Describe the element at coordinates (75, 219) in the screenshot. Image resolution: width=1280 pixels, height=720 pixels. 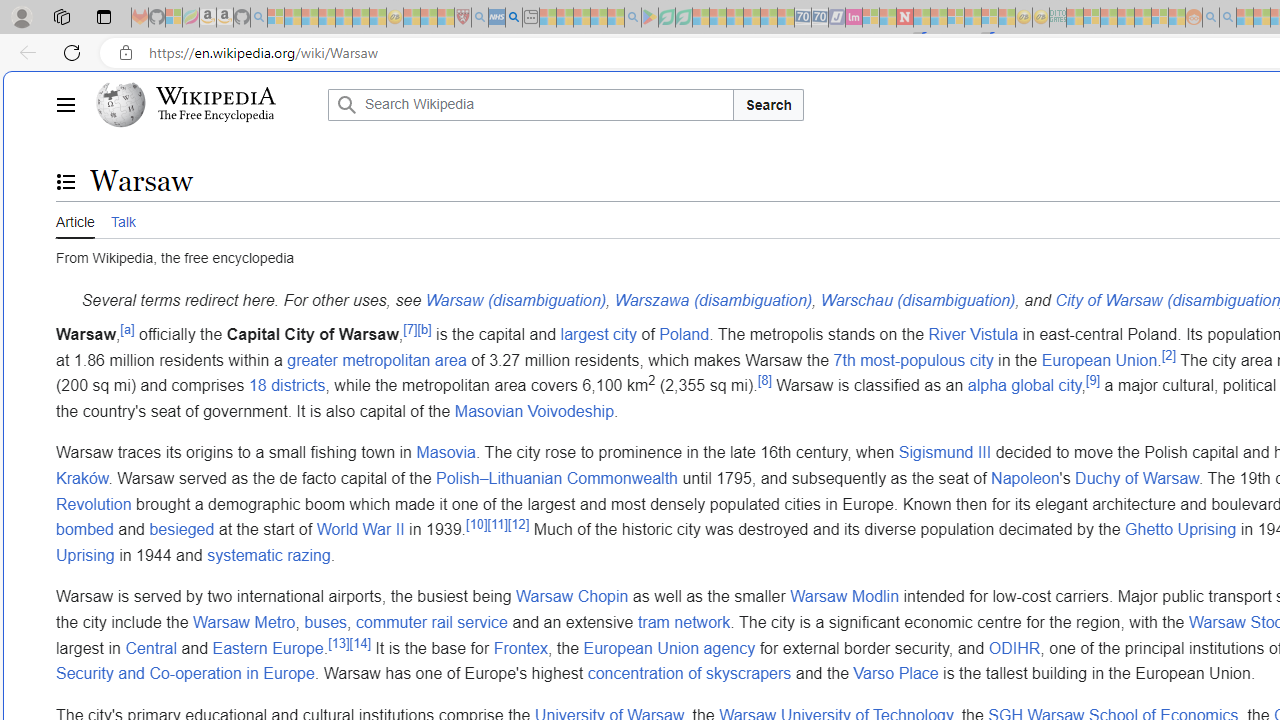
I see `'Article'` at that location.